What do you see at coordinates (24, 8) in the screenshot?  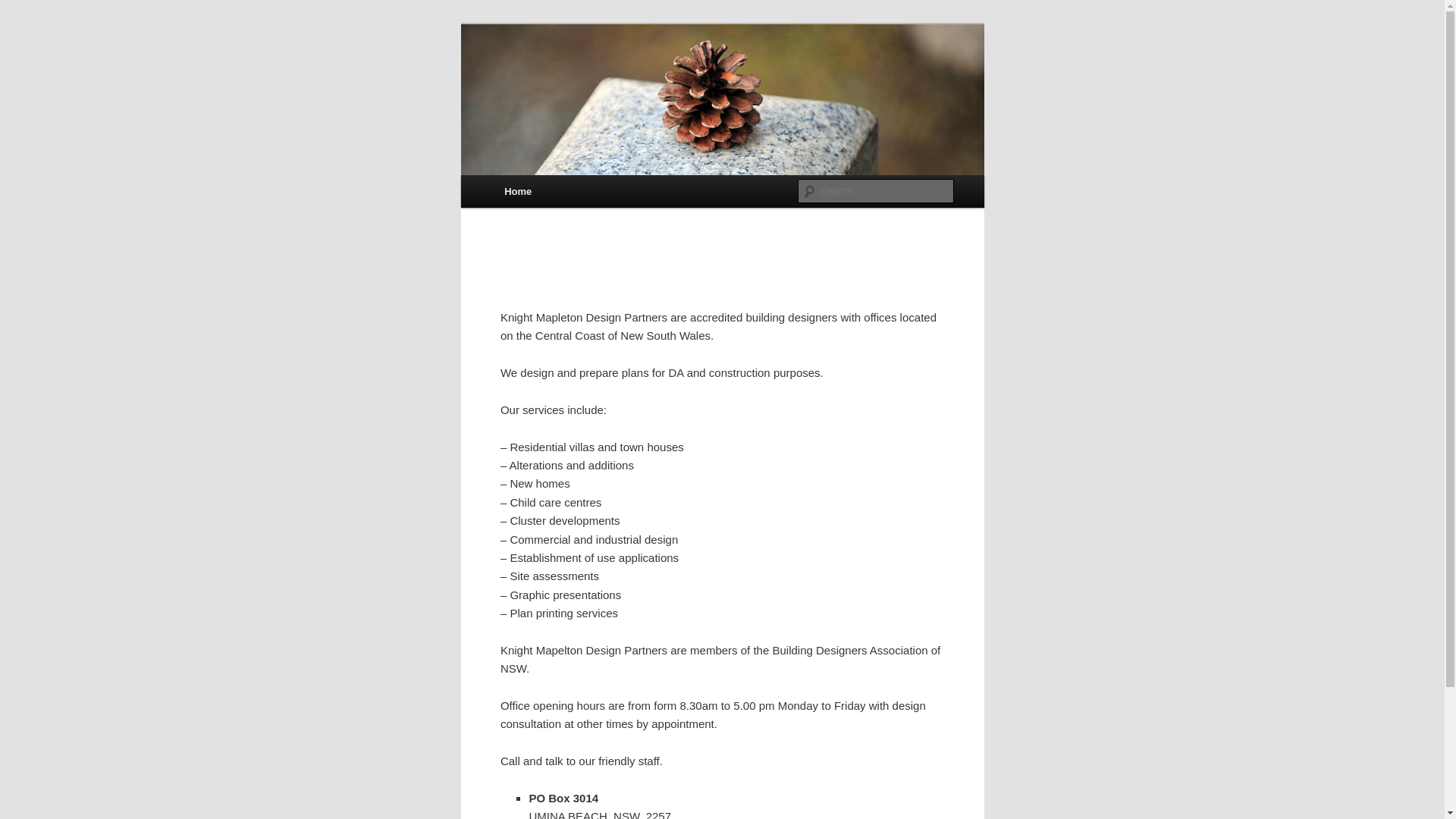 I see `'Search'` at bounding box center [24, 8].